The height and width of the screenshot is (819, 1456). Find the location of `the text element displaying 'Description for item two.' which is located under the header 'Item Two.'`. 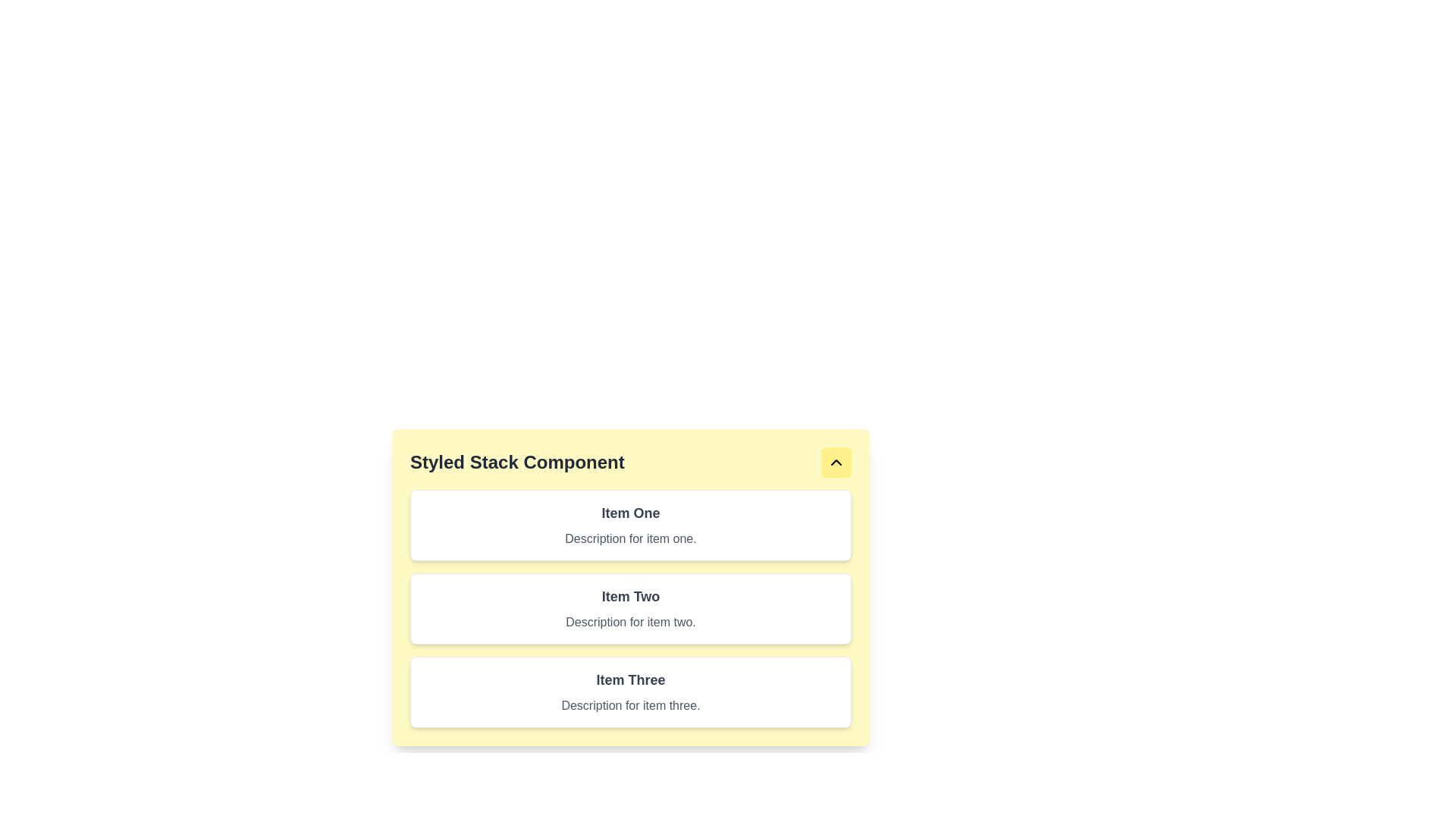

the text element displaying 'Description for item two.' which is located under the header 'Item Two.' is located at coordinates (630, 623).